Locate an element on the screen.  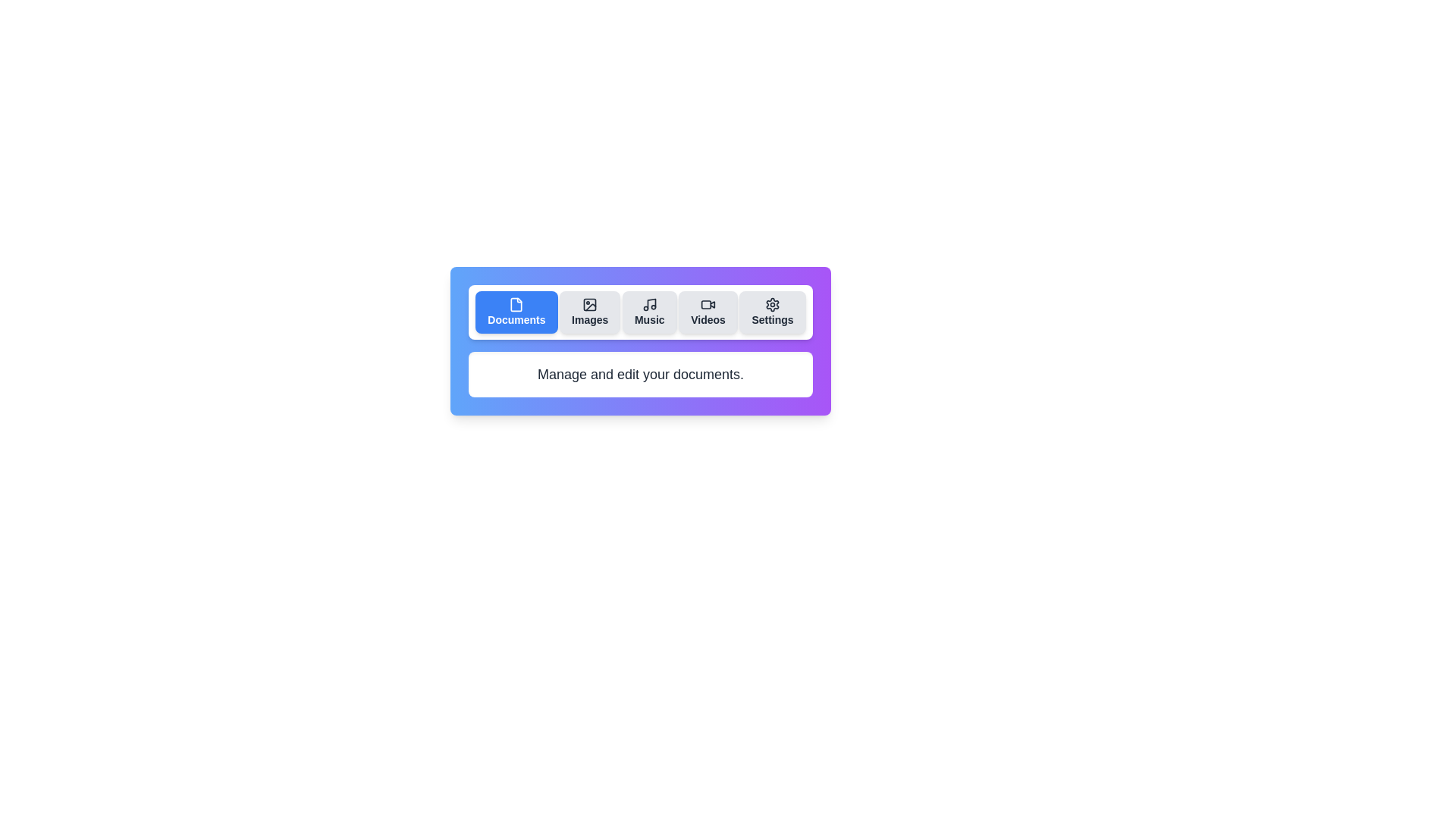
the tab labeled Settings is located at coordinates (772, 312).